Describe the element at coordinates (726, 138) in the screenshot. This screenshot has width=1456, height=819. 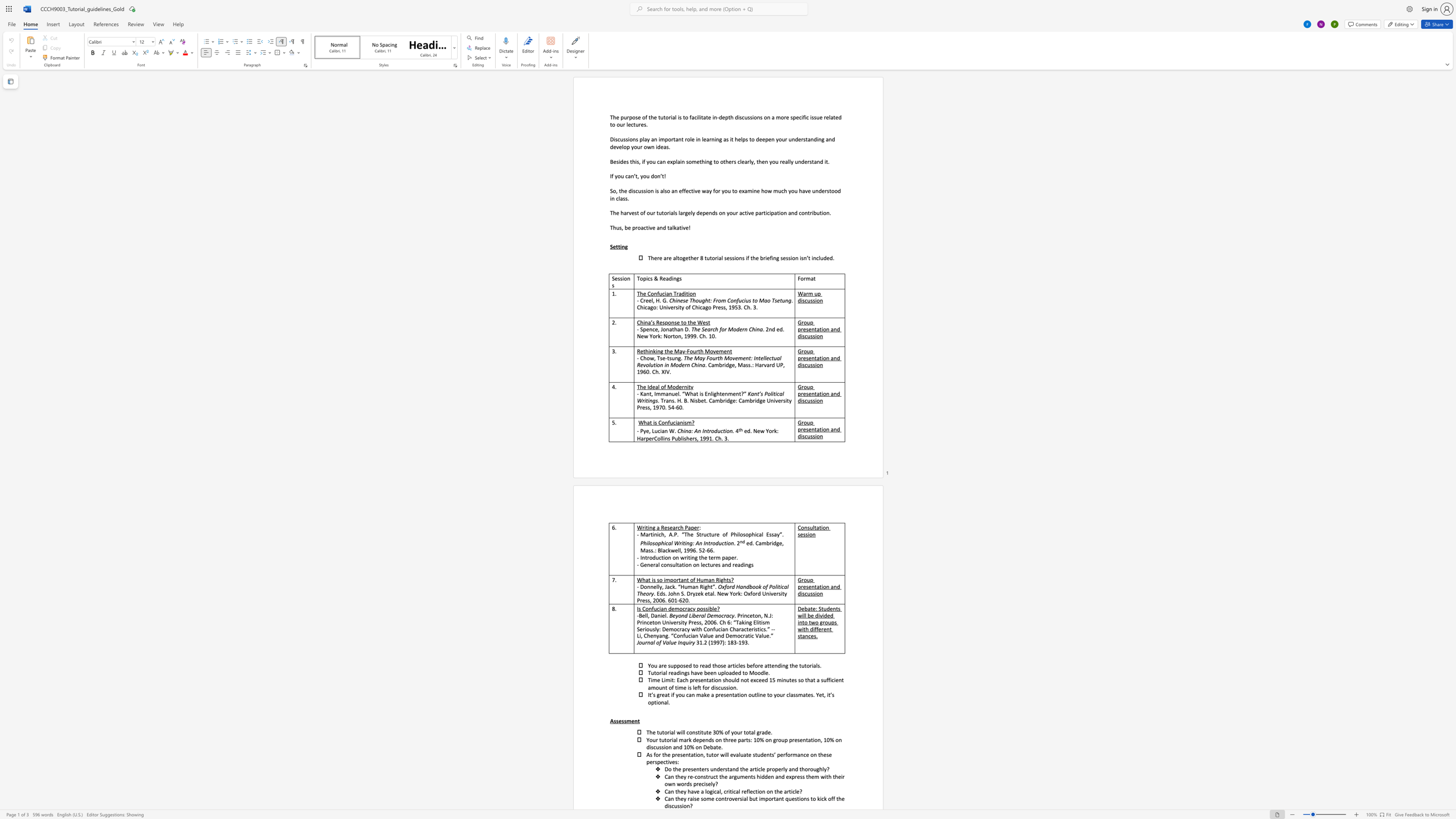
I see `the 5th character "s" in the text` at that location.